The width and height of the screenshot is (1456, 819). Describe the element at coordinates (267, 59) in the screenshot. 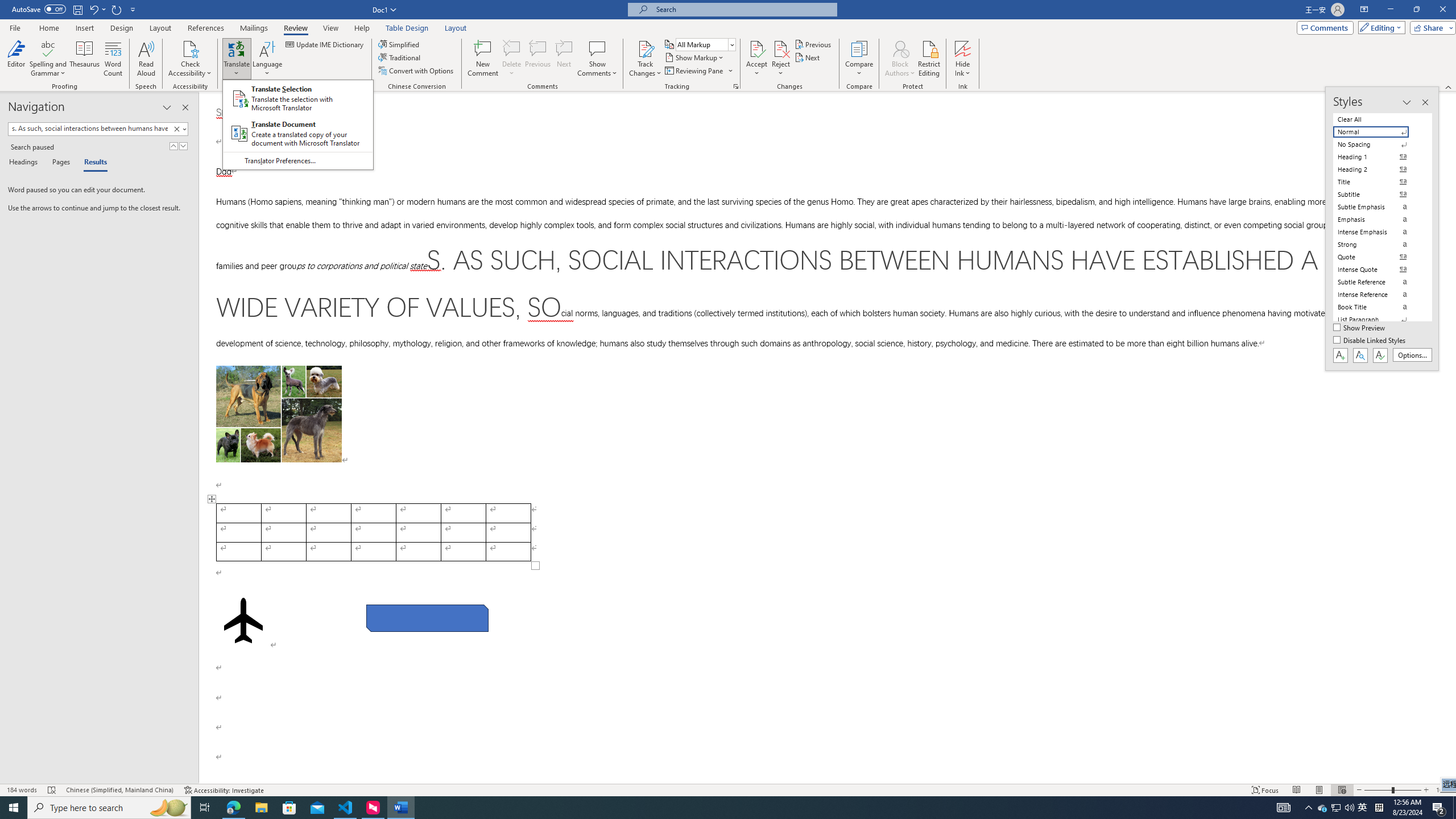

I see `'Tr&anslate'` at that location.